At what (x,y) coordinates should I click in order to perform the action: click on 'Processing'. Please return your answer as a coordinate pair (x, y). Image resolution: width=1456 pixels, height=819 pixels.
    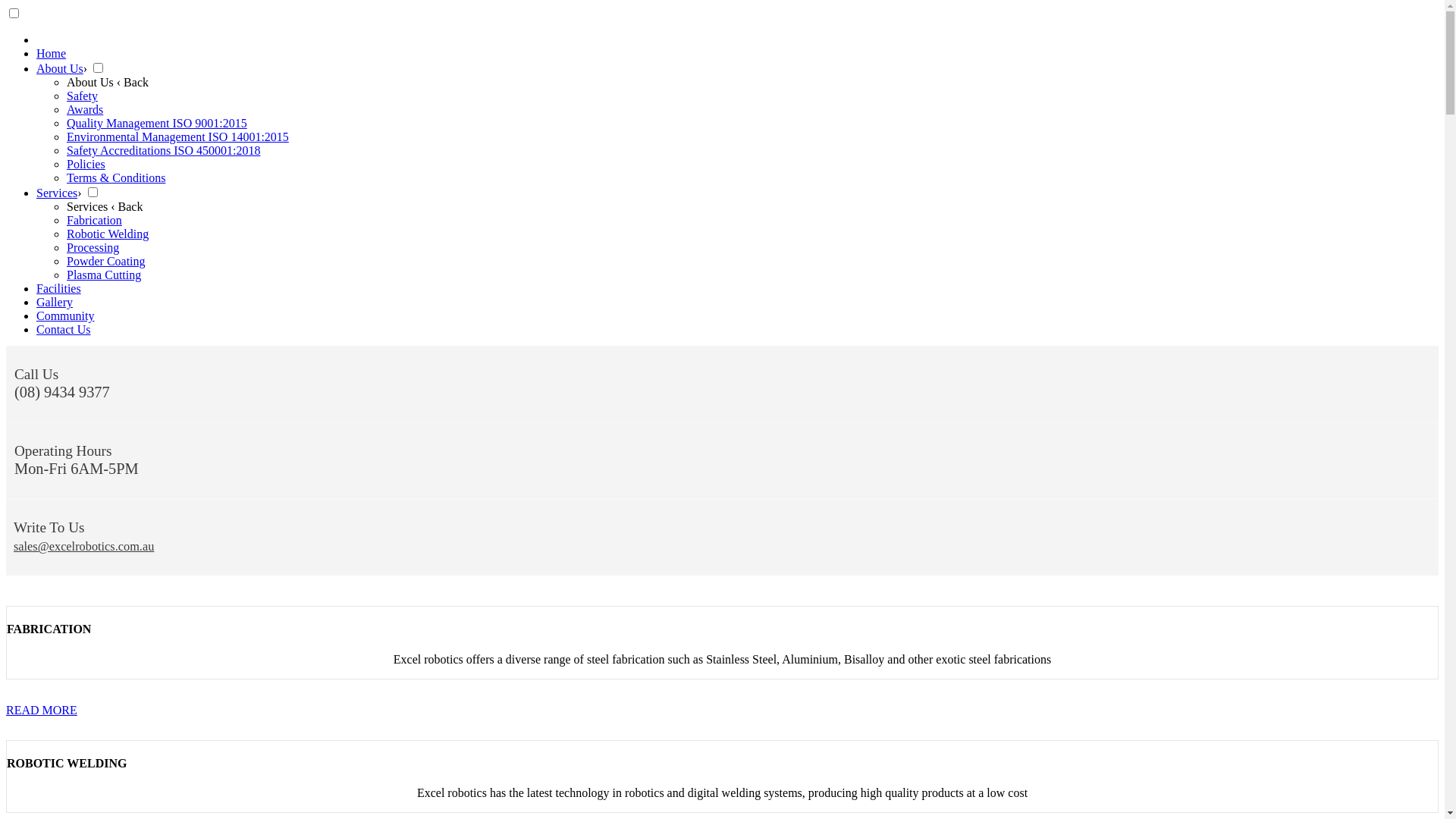
    Looking at the image, I should click on (92, 246).